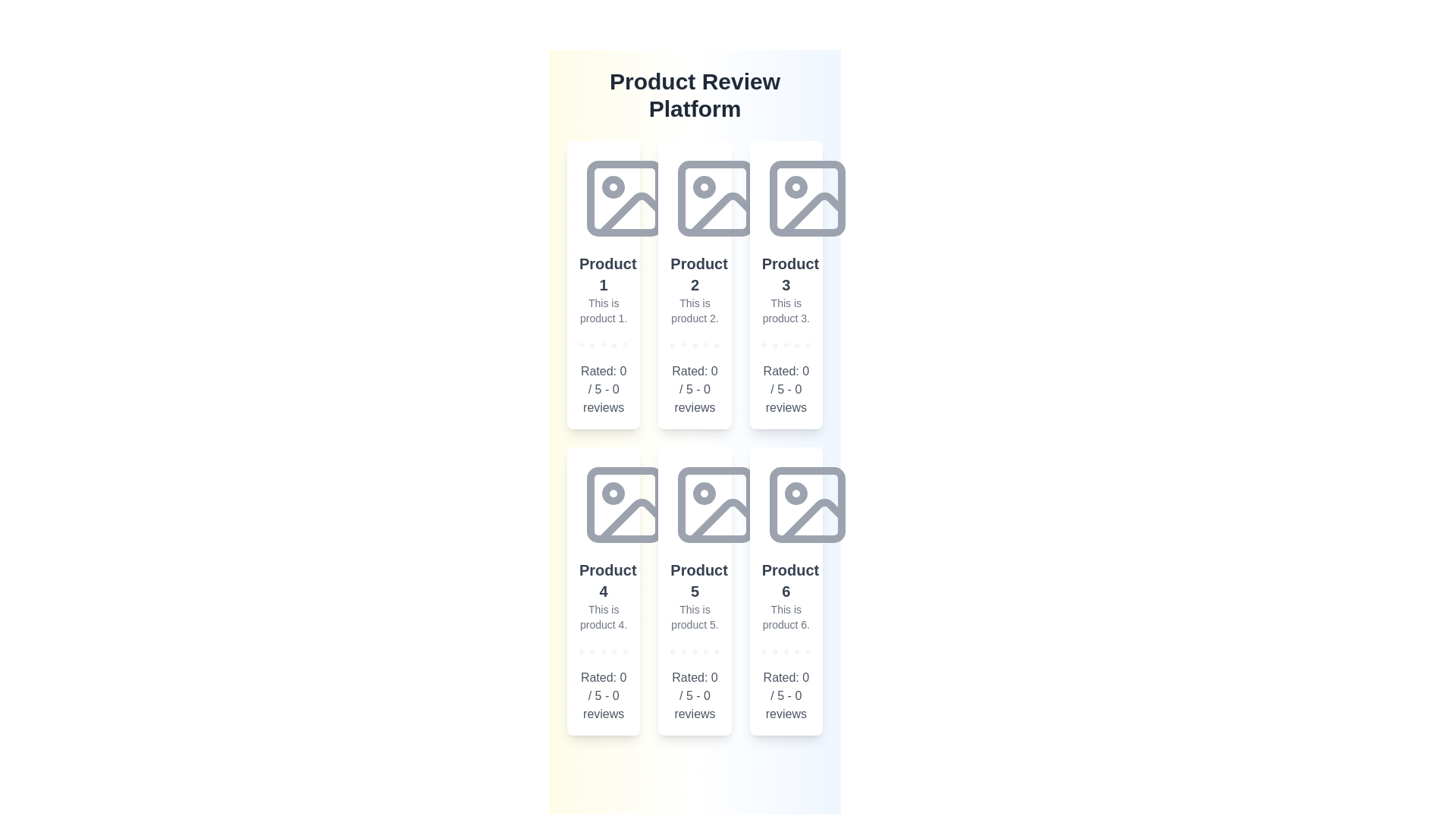 This screenshot has height=819, width=1456. I want to click on the placeholder image for Product 6, so click(806, 505).